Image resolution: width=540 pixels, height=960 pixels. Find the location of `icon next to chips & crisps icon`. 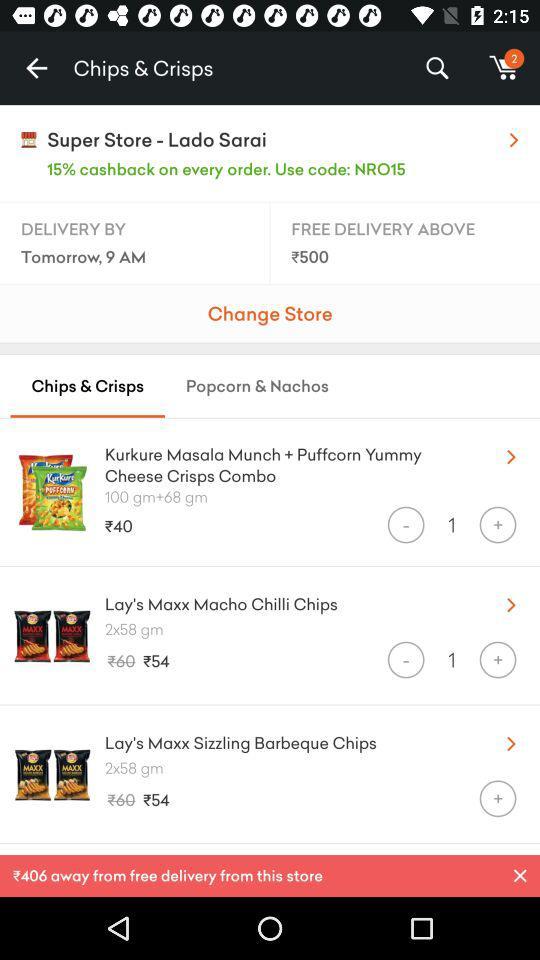

icon next to chips & crisps icon is located at coordinates (36, 68).